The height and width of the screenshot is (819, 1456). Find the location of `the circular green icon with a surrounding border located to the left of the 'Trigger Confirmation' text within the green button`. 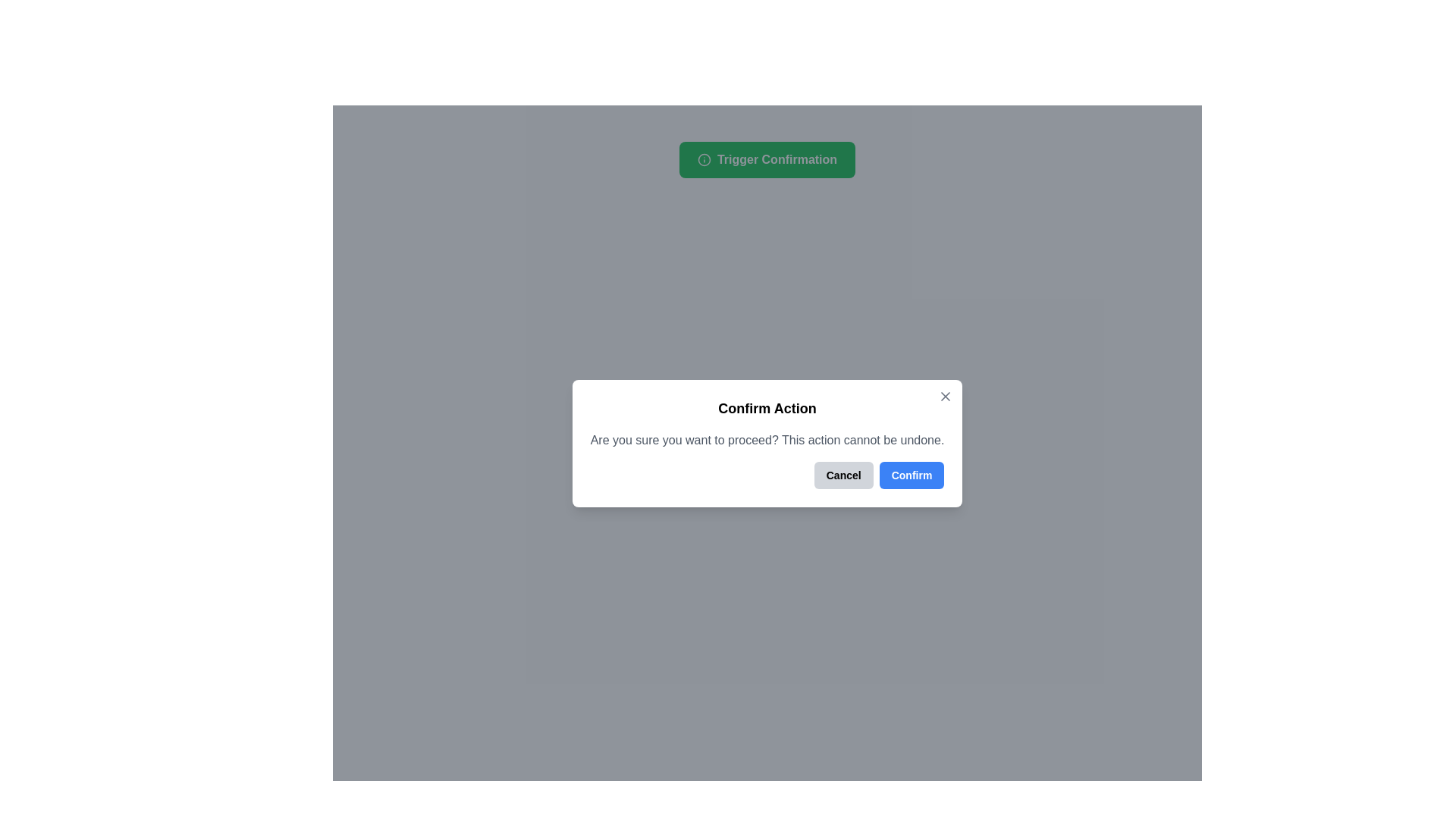

the circular green icon with a surrounding border located to the left of the 'Trigger Confirmation' text within the green button is located at coordinates (703, 160).